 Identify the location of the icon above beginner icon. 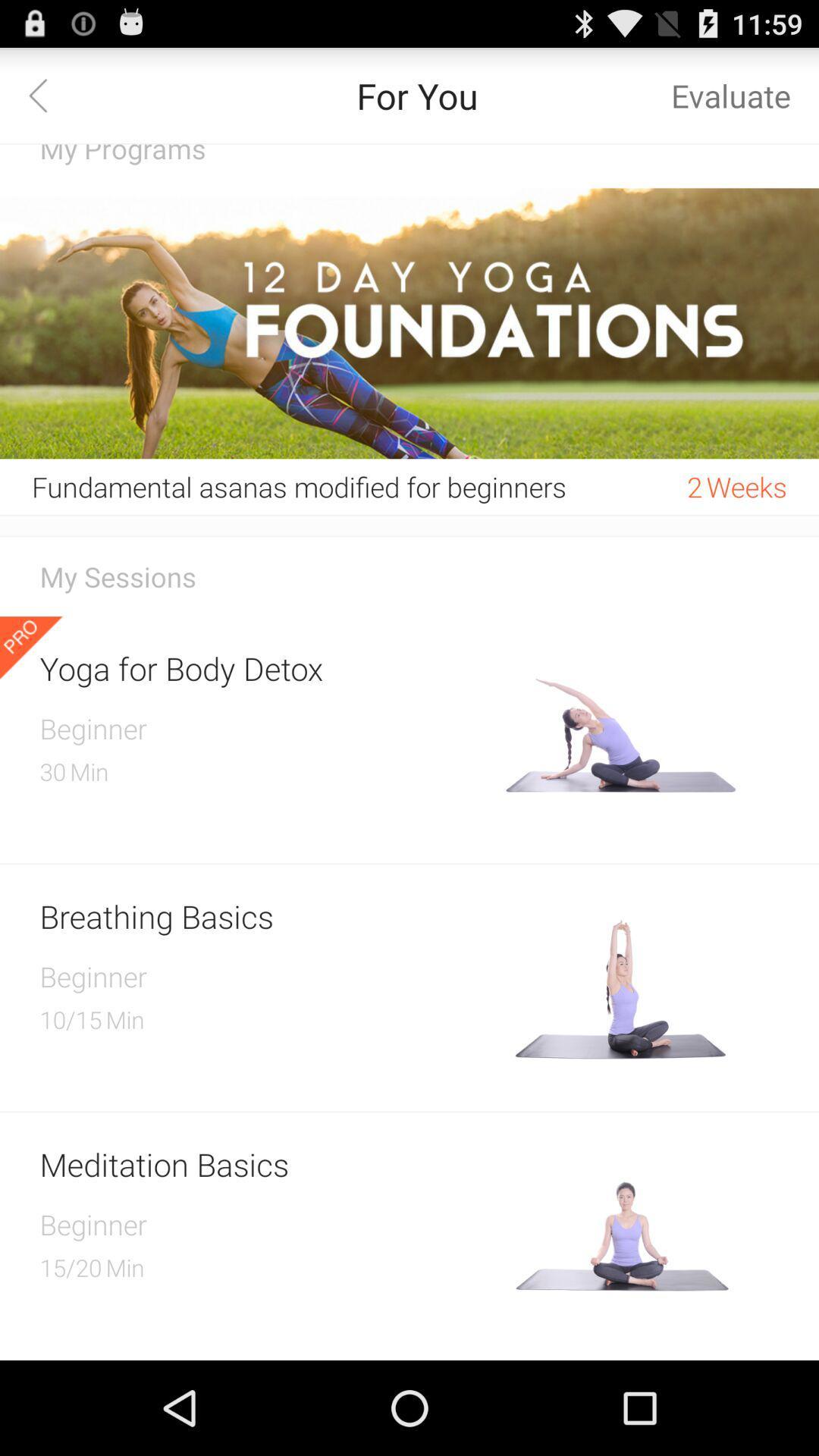
(266, 915).